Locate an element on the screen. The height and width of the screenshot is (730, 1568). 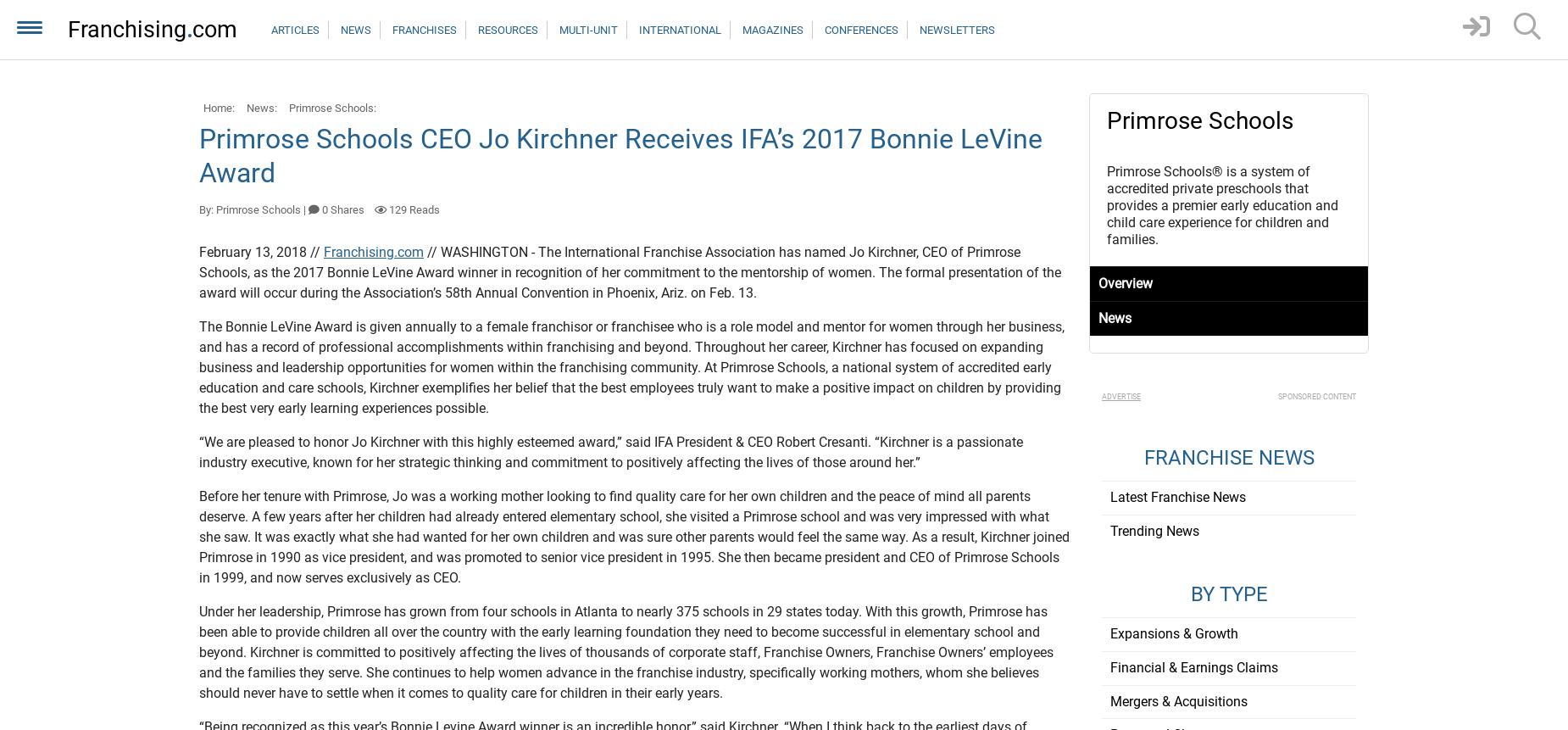
'The Bonnie LeVine Award is given annually to a female franchisor or franchisee who is a role model and mentor for women through her business, and has a record of professional accomplishments within franchising and beyond. Throughout her career, Kirchner has focused on expanding business and leadership opportunities for women within the franchising community. At Primrose Schools, a national system of accredited early education and care schools, Kirchner exemplifies her belief that the best employees truly want to make a positive impact on children by providing the best very early learning experiences possible.' is located at coordinates (631, 366).